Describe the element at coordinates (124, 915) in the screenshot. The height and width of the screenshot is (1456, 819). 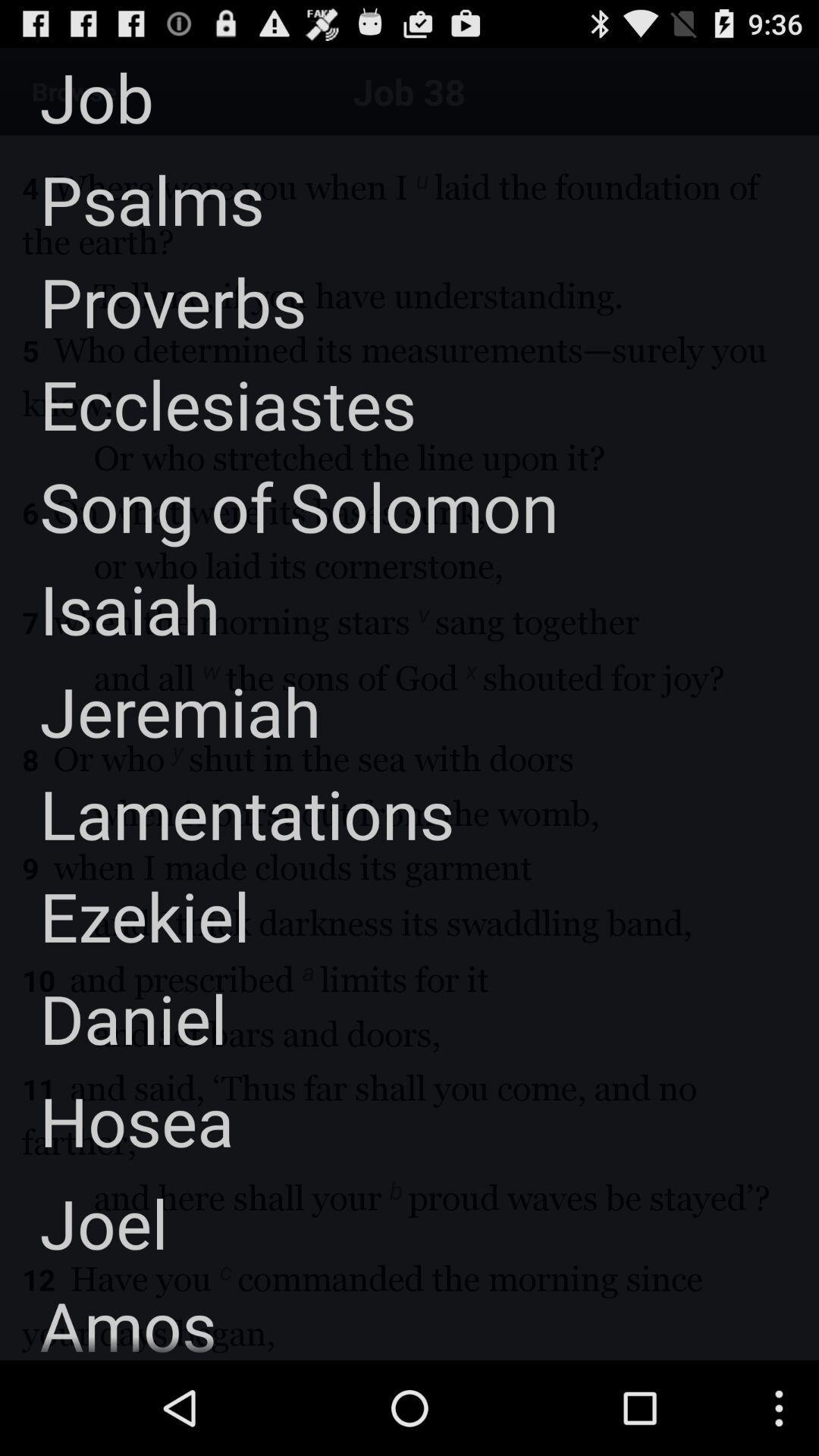
I see `the icon above daniel app` at that location.